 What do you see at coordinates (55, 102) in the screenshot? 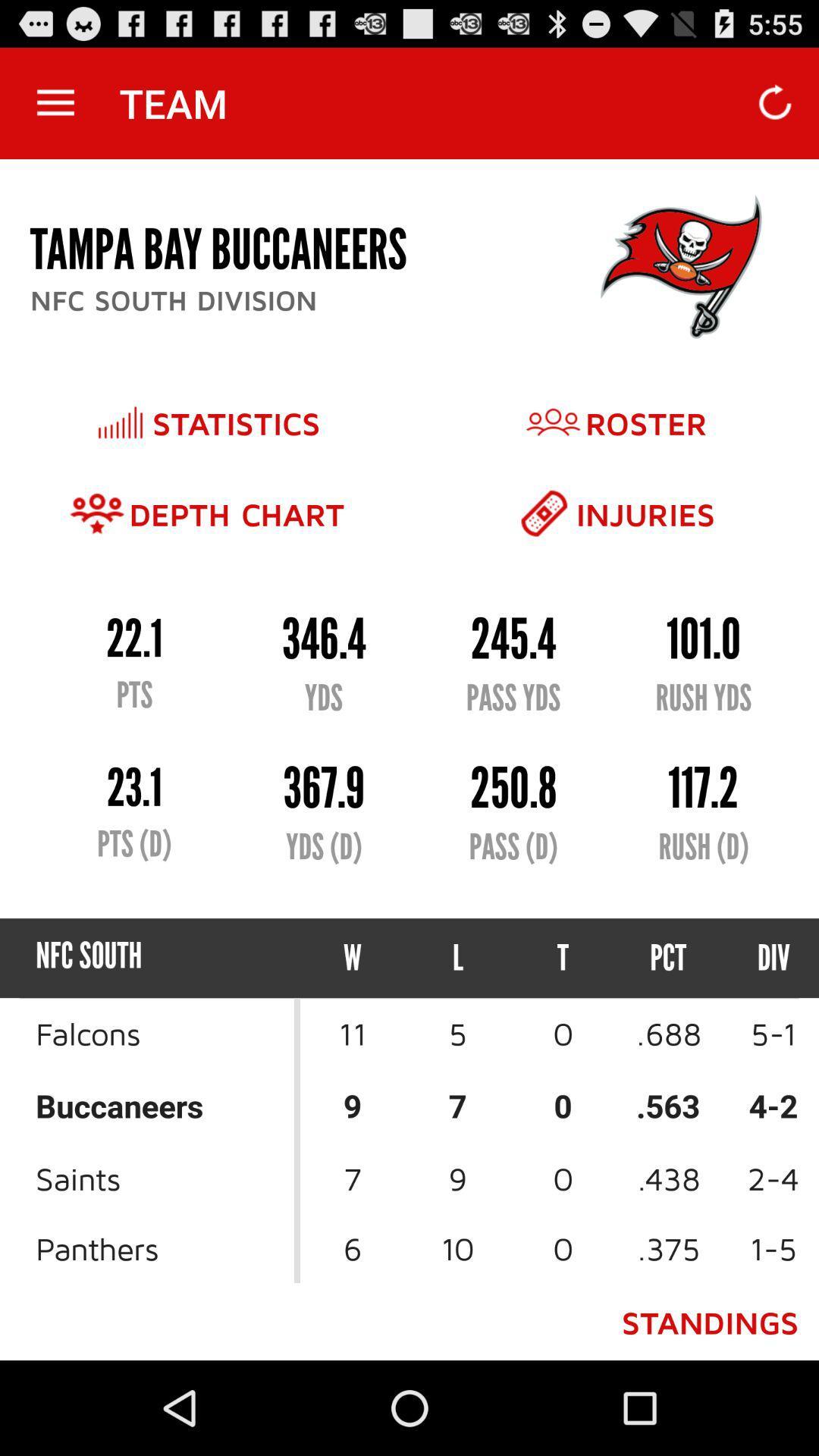
I see `the app next to the team` at bounding box center [55, 102].